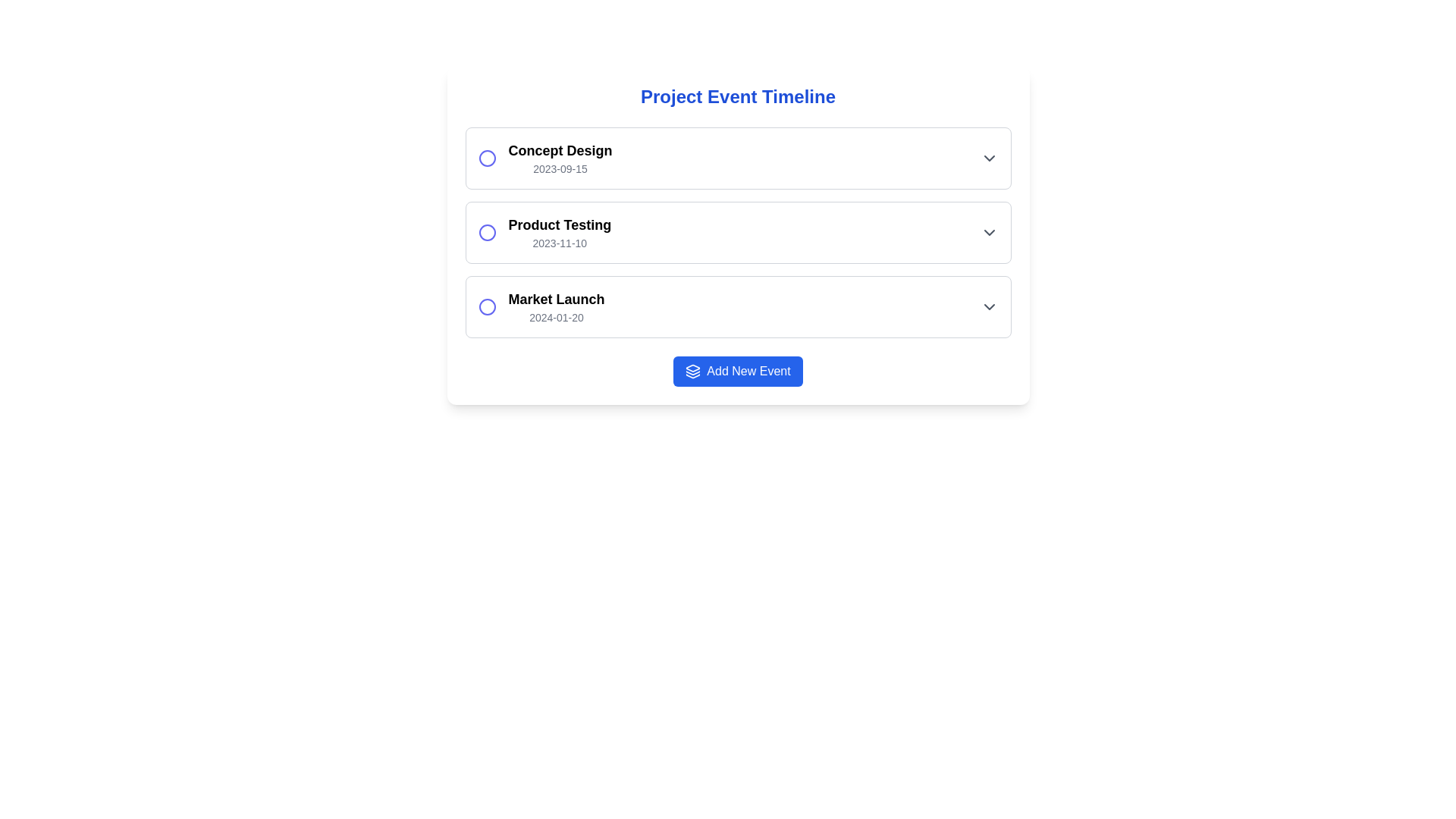  I want to click on the layer icon, which is a graphical depiction of a layer-like structure located in the middle-right section of the visible interface within the first sub-section of a three-item sequence, so click(692, 368).